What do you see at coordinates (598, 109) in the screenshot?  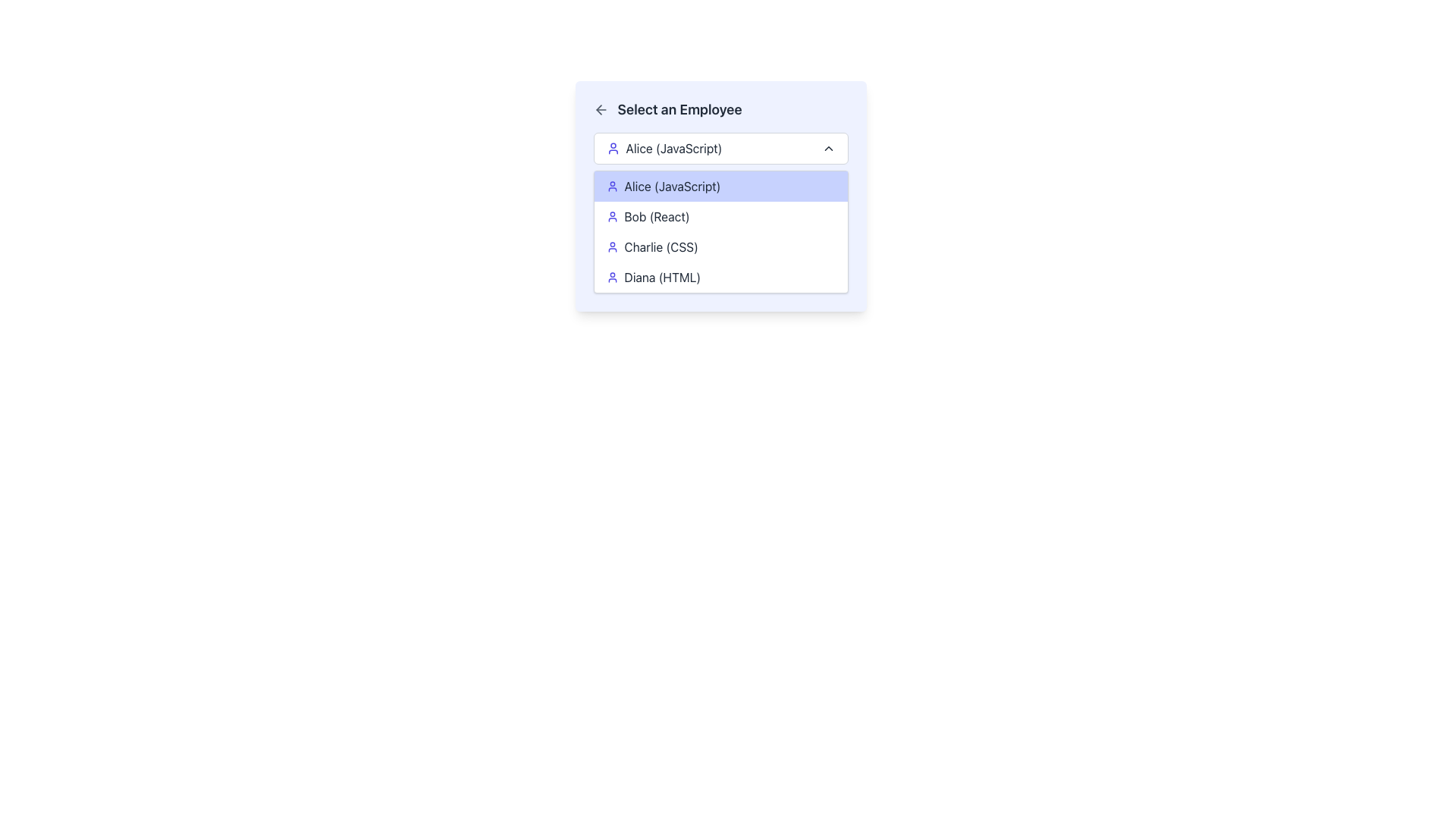 I see `the leftward-pointing arrow icon, which is part of a navigation or back button located at the top left of the dropdown menu near the 'Select an Employee' title` at bounding box center [598, 109].